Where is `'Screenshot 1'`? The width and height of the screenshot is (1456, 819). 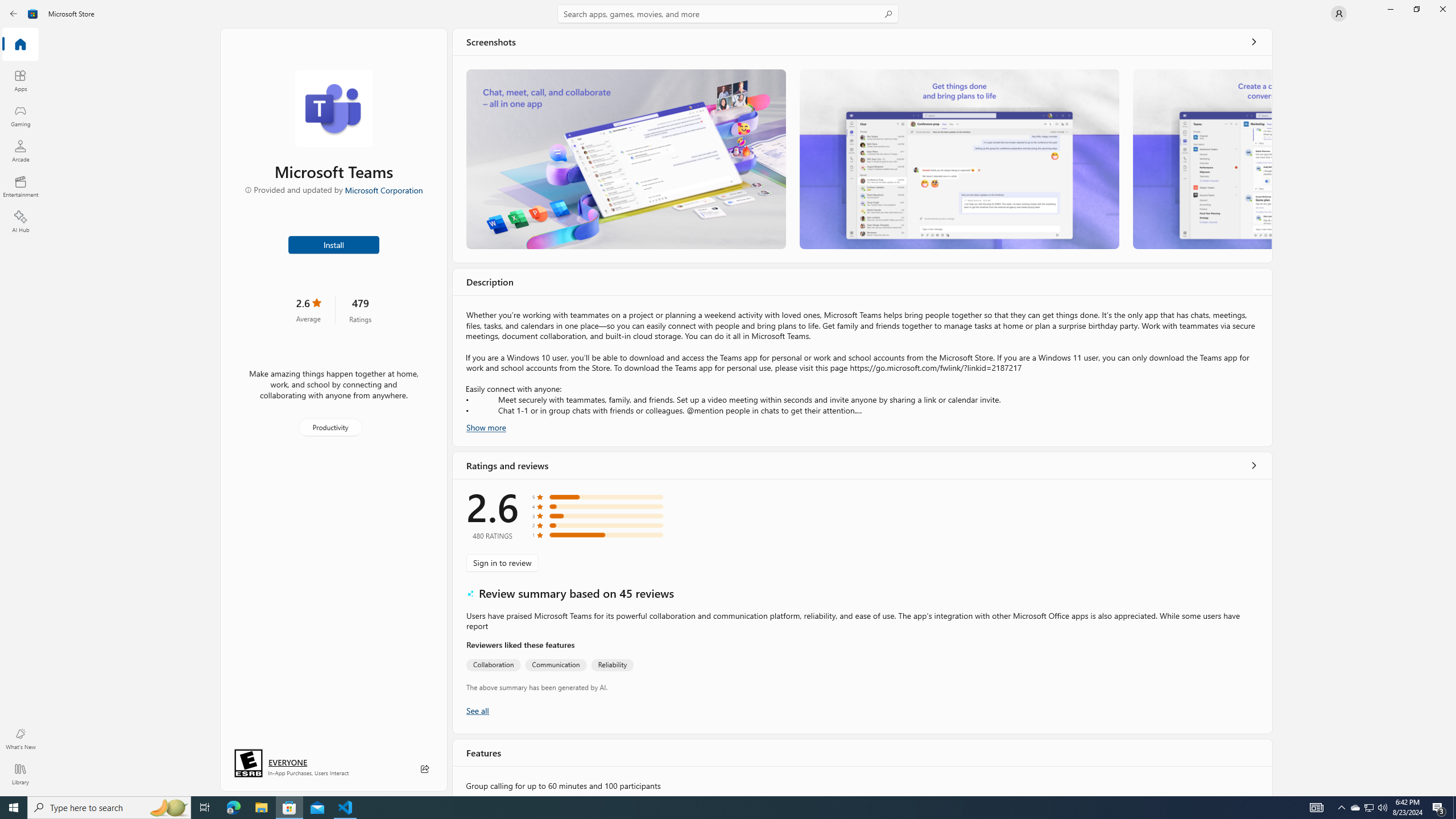
'Screenshot 1' is located at coordinates (626, 159).